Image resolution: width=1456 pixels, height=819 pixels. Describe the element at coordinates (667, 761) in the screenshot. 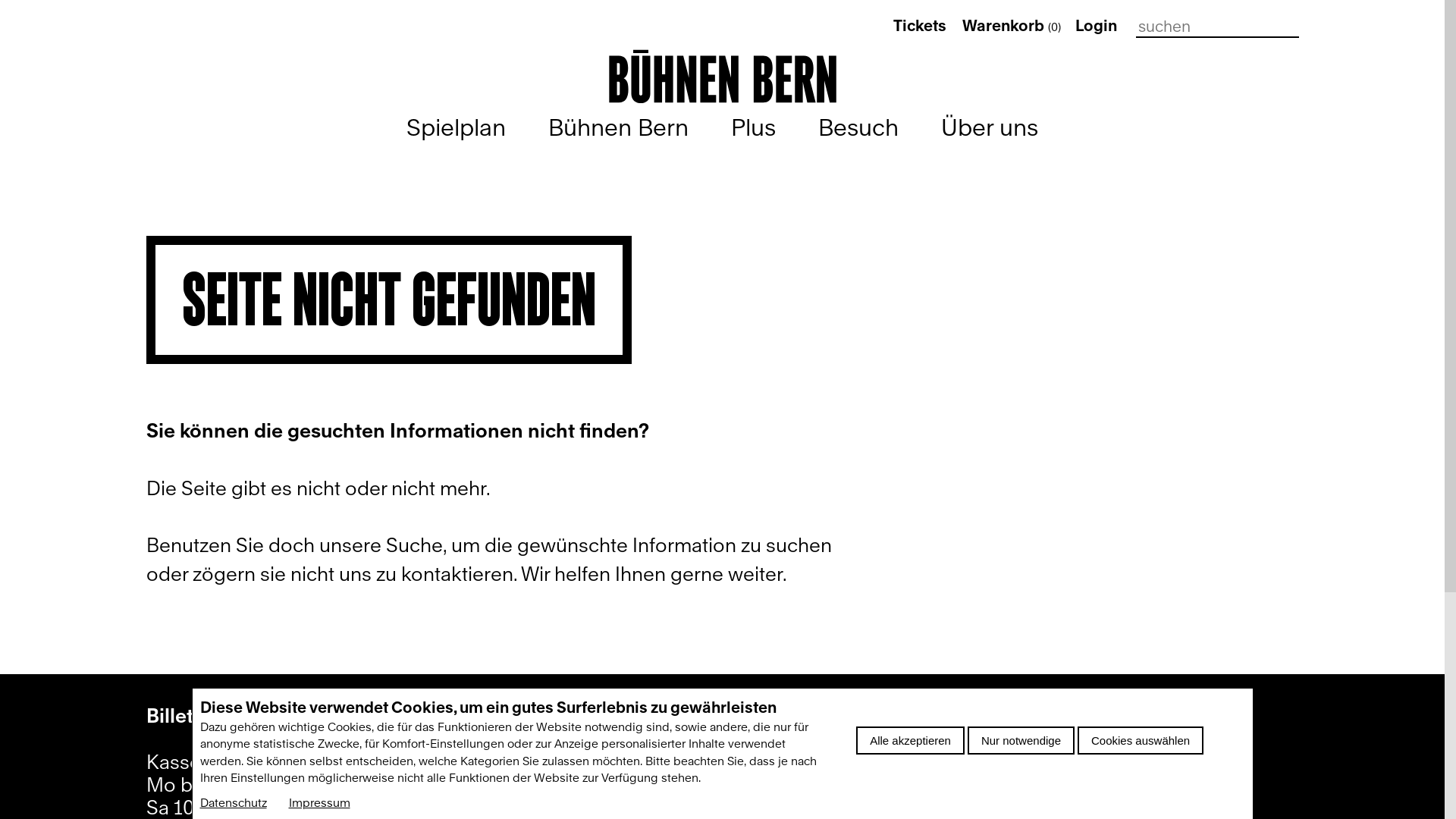

I see `'Monatsspielplan (Leporello)'` at that location.